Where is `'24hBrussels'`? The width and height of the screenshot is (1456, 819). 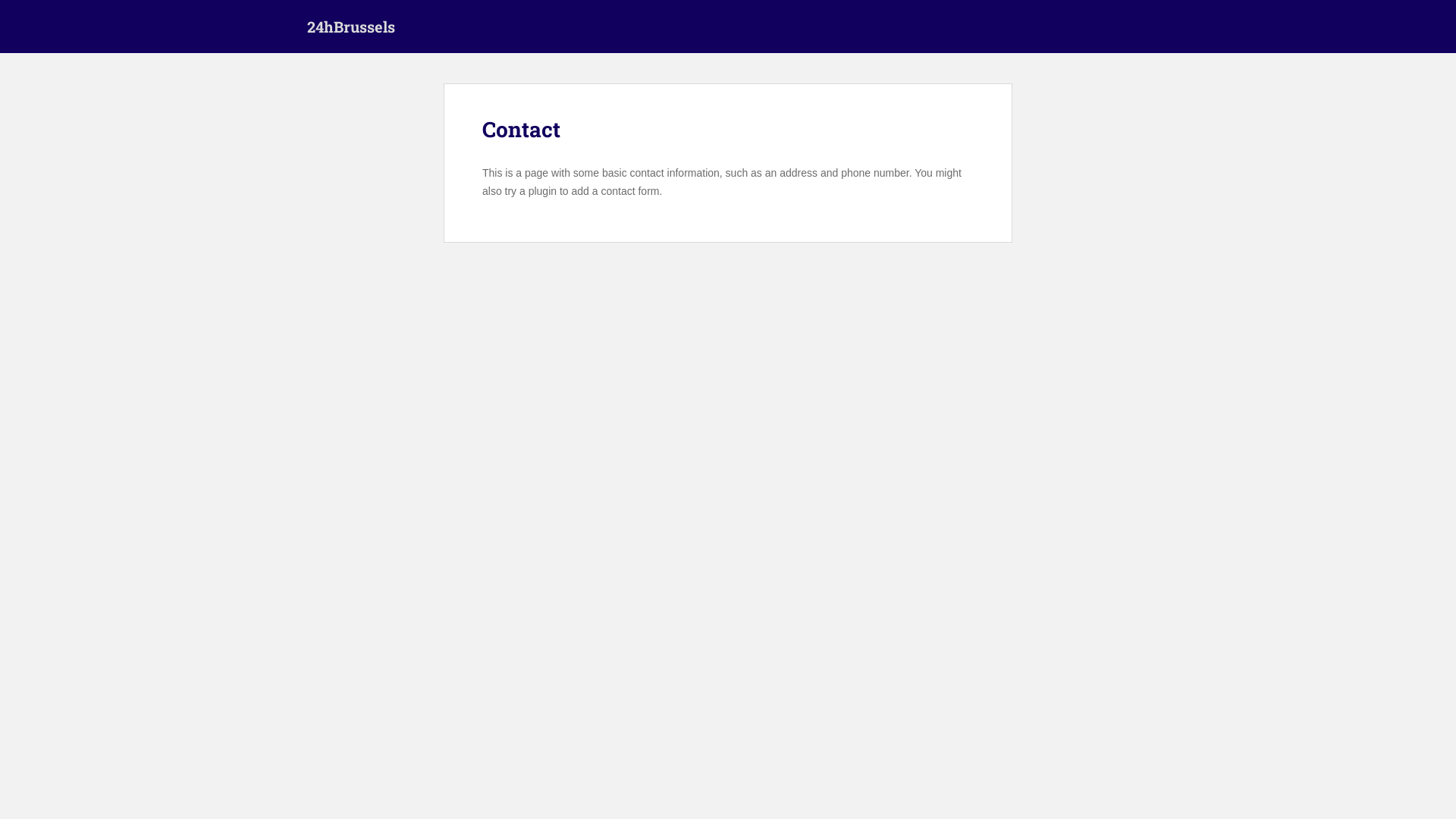 '24hBrussels' is located at coordinates (350, 26).